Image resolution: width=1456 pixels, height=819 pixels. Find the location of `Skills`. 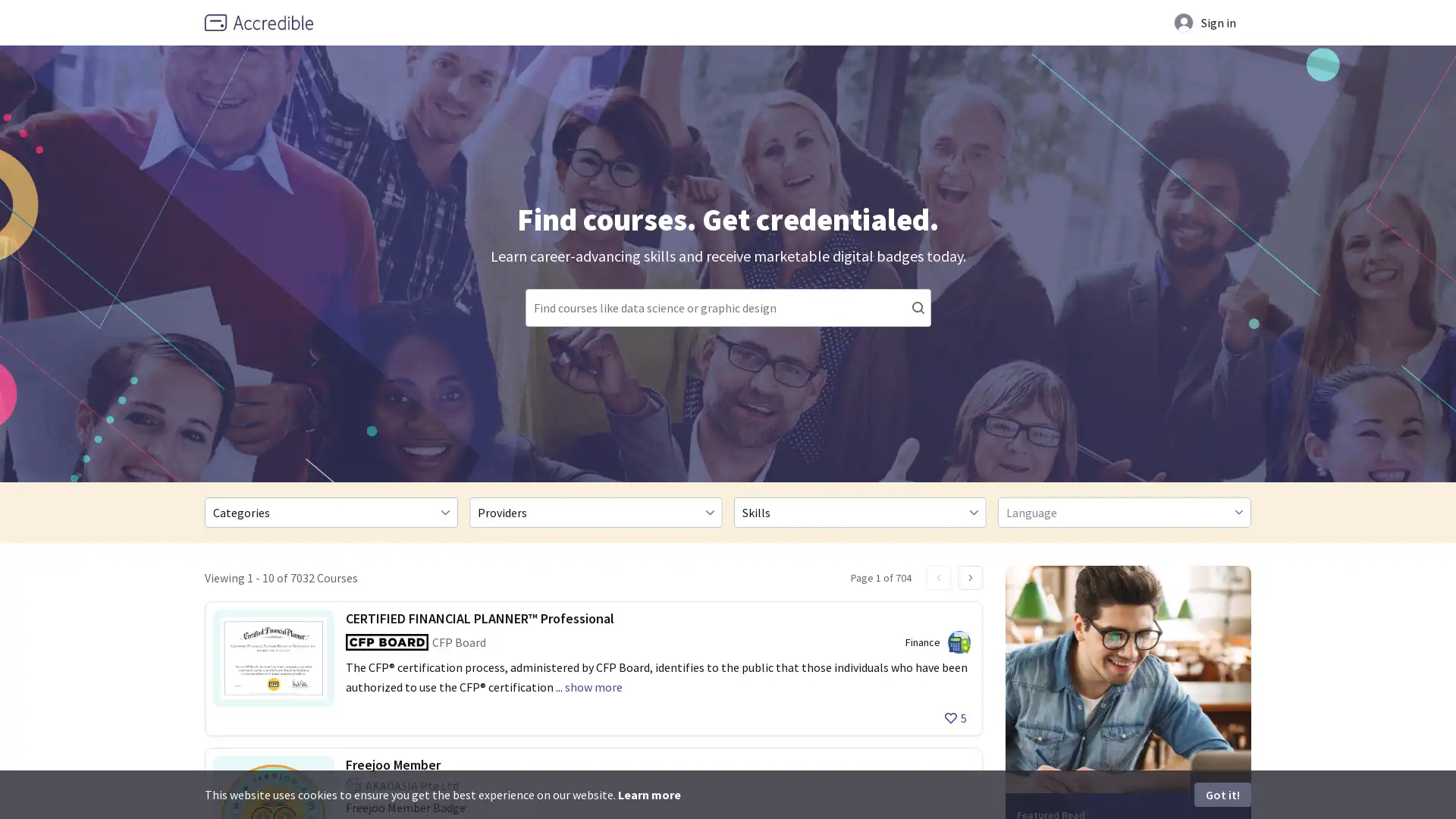

Skills is located at coordinates (859, 512).